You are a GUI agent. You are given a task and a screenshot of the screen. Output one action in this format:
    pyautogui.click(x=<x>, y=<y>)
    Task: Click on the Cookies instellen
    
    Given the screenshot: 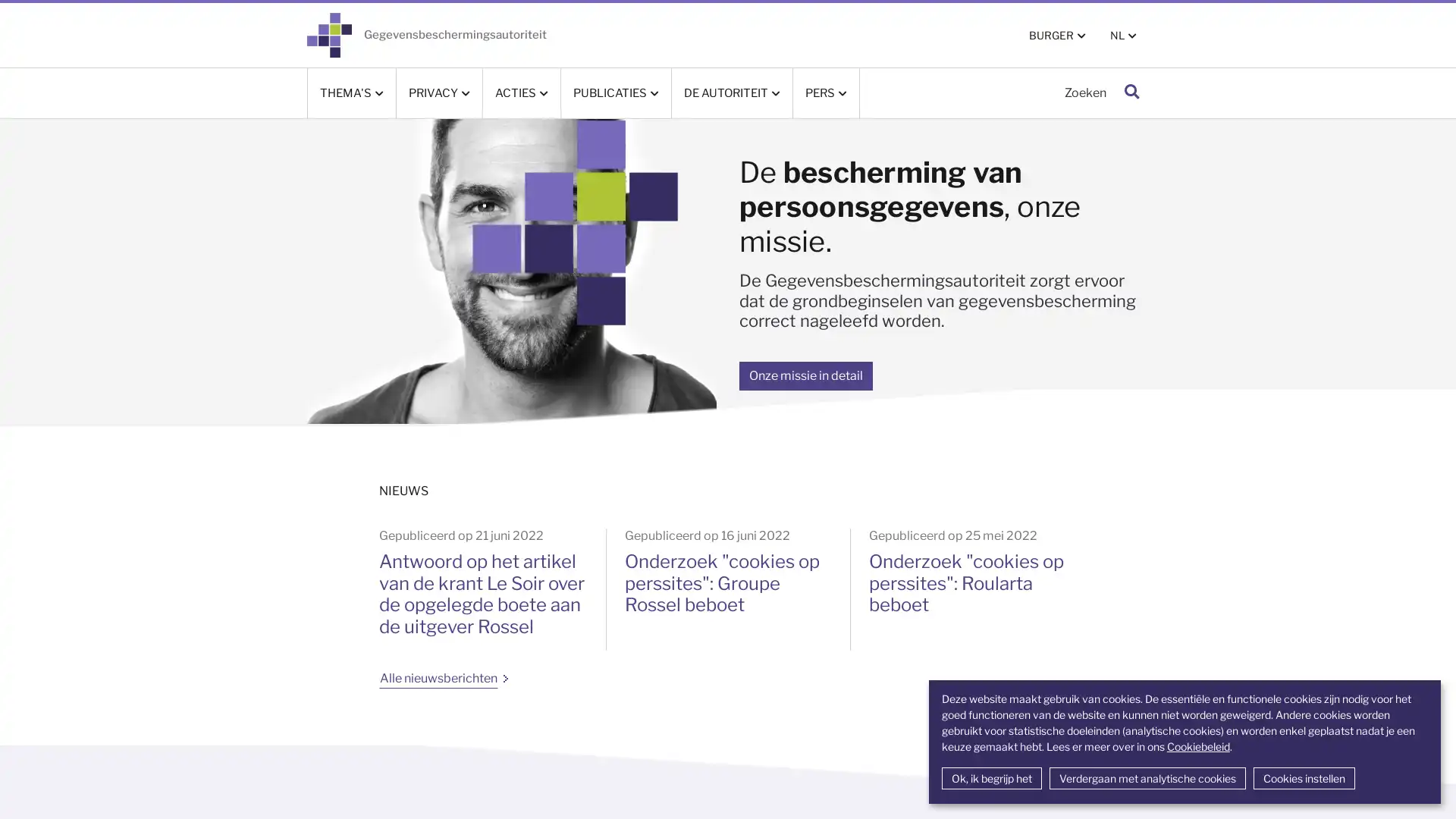 What is the action you would take?
    pyautogui.click(x=1302, y=778)
    